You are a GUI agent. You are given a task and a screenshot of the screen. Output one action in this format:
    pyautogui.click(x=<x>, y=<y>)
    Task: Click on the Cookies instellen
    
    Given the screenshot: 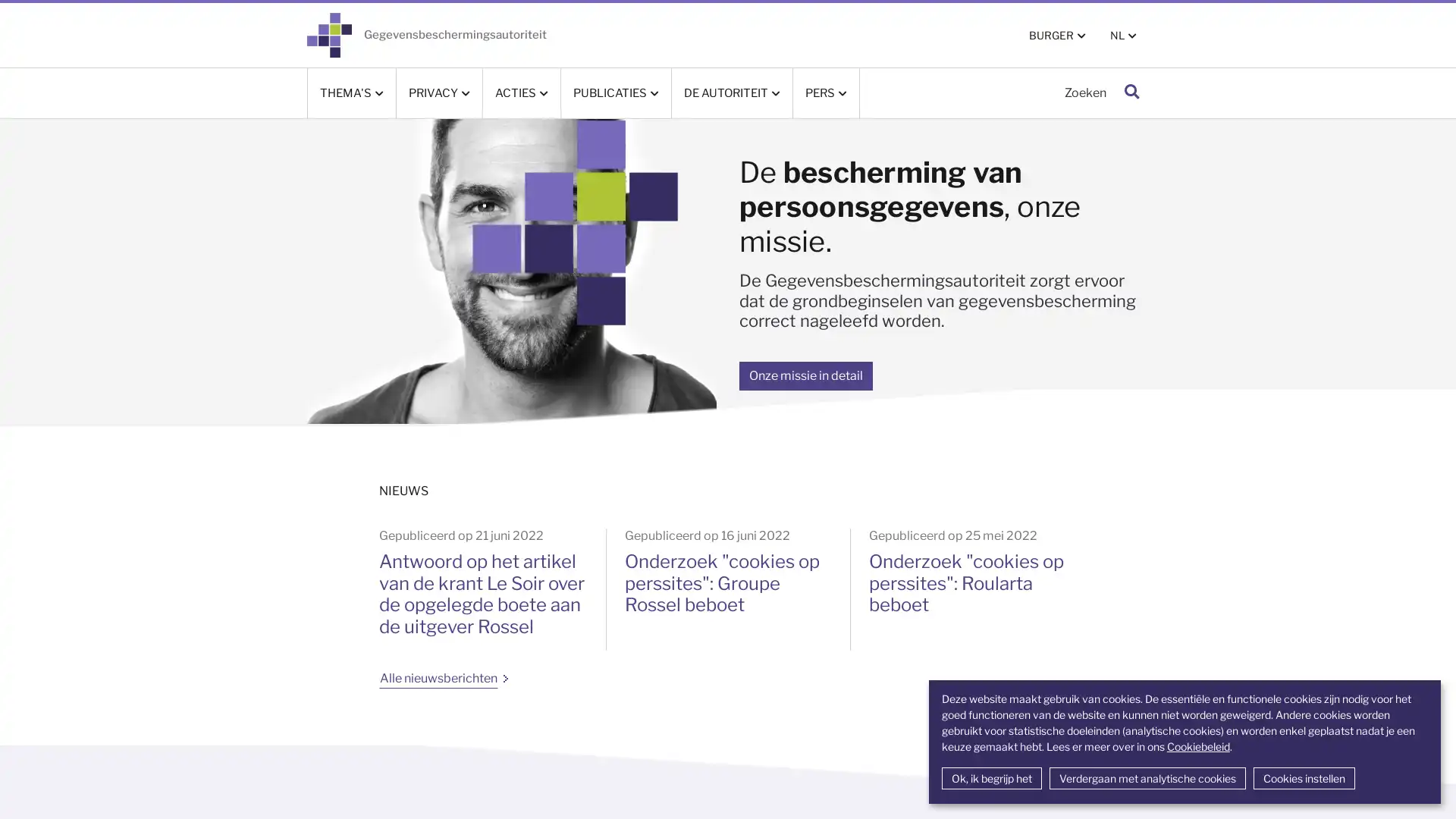 What is the action you would take?
    pyautogui.click(x=1302, y=778)
    